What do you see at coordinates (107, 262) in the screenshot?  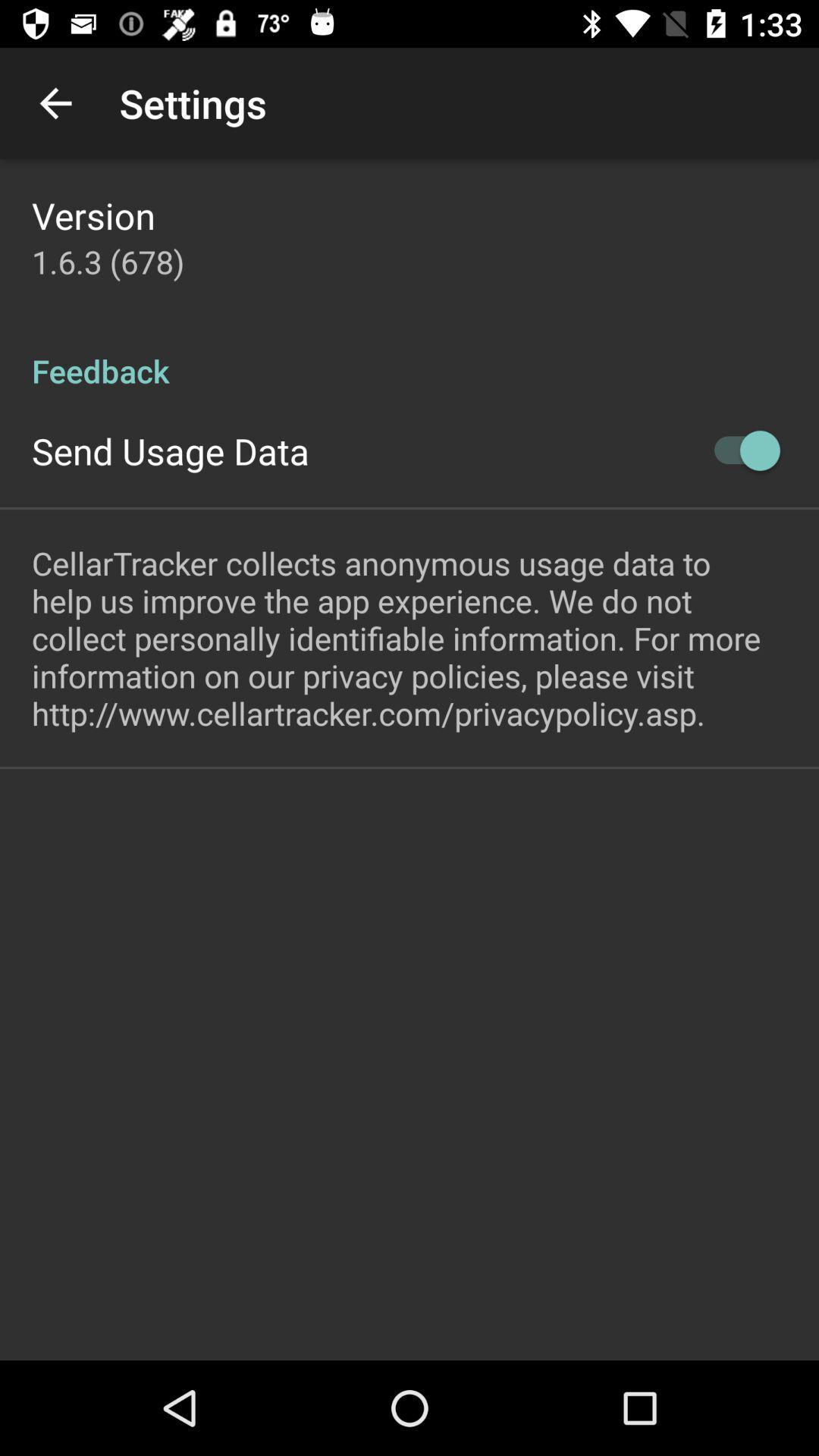 I see `1 6 3 app` at bounding box center [107, 262].